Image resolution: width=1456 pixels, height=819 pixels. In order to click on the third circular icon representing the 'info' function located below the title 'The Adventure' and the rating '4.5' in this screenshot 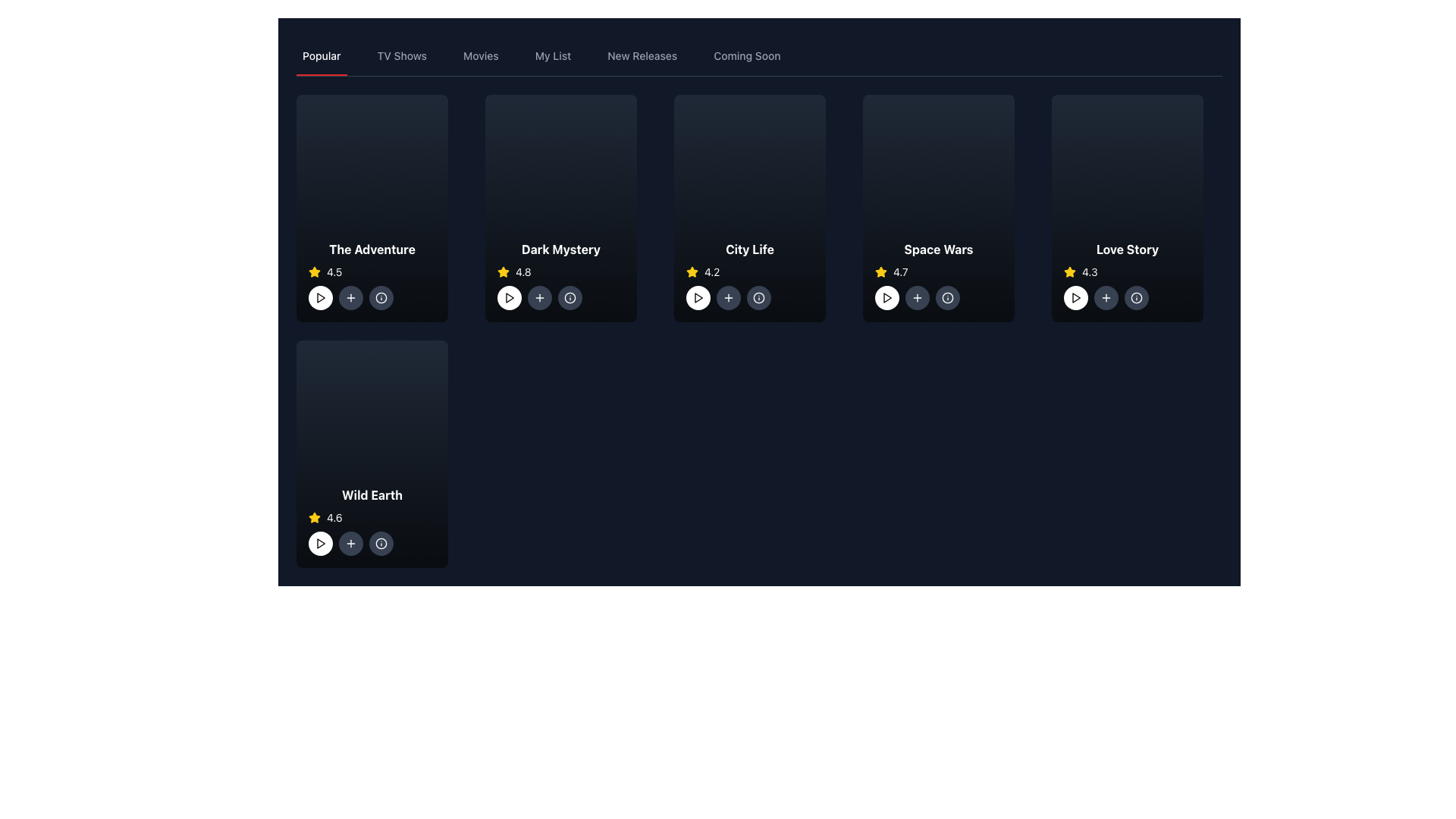, I will do `click(372, 298)`.